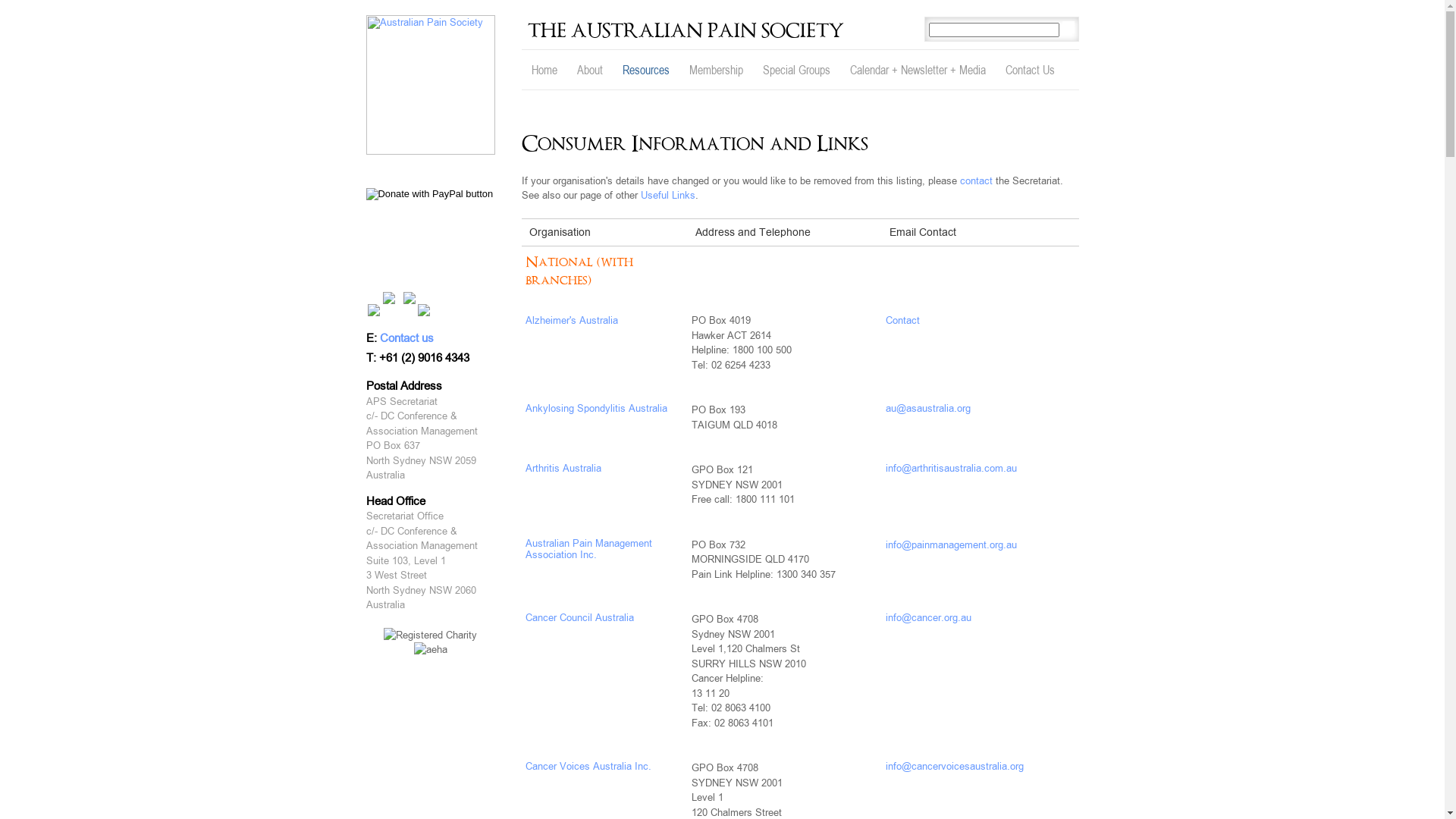  Describe the element at coordinates (587, 549) in the screenshot. I see `'Australian Pain Management Association Inc.'` at that location.